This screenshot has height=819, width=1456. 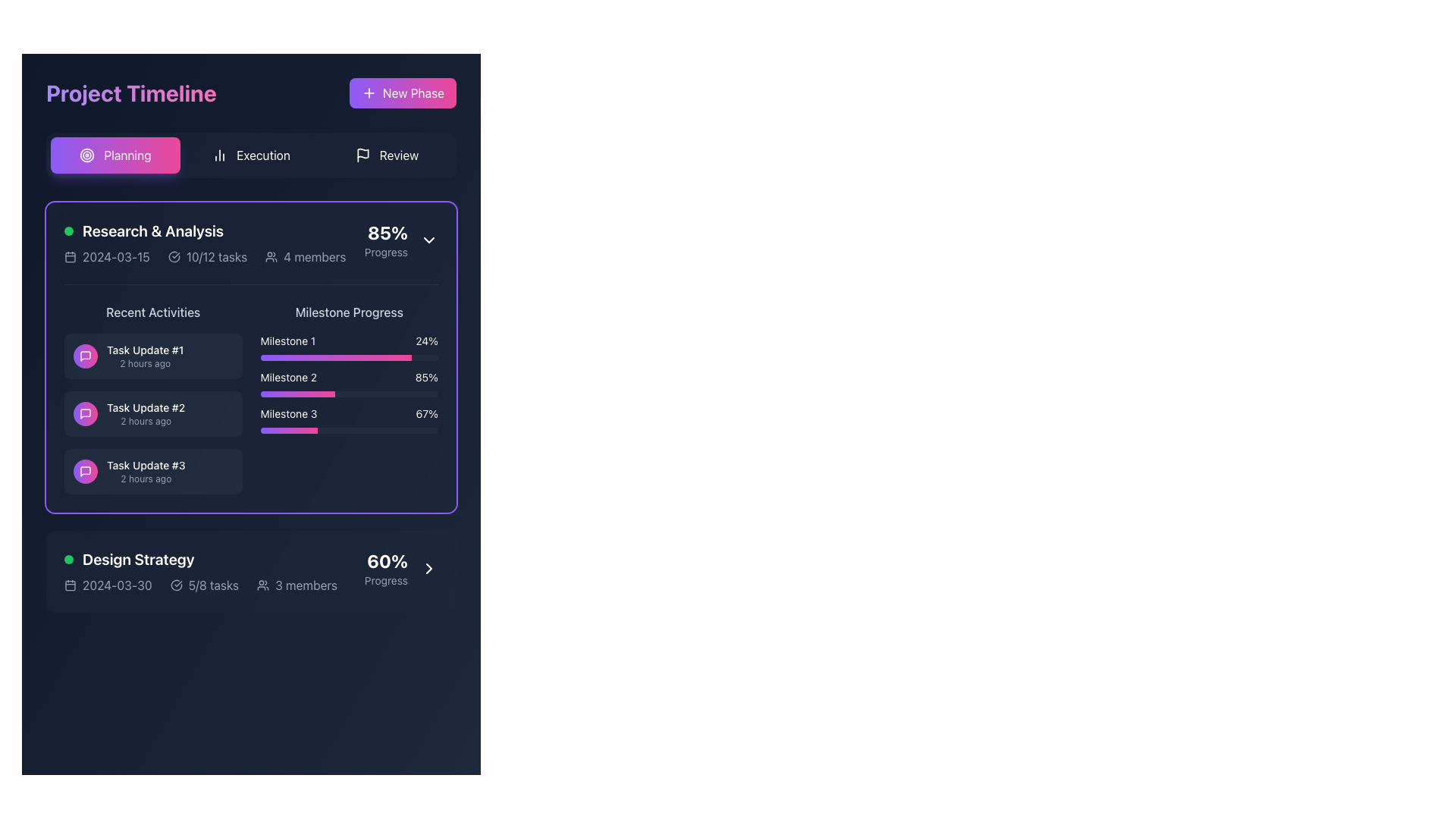 What do you see at coordinates (305, 256) in the screenshot?
I see `text '4 members' from the text with icon element located in the third section of the horizontal list within the 'Research & Analysis' card` at bounding box center [305, 256].